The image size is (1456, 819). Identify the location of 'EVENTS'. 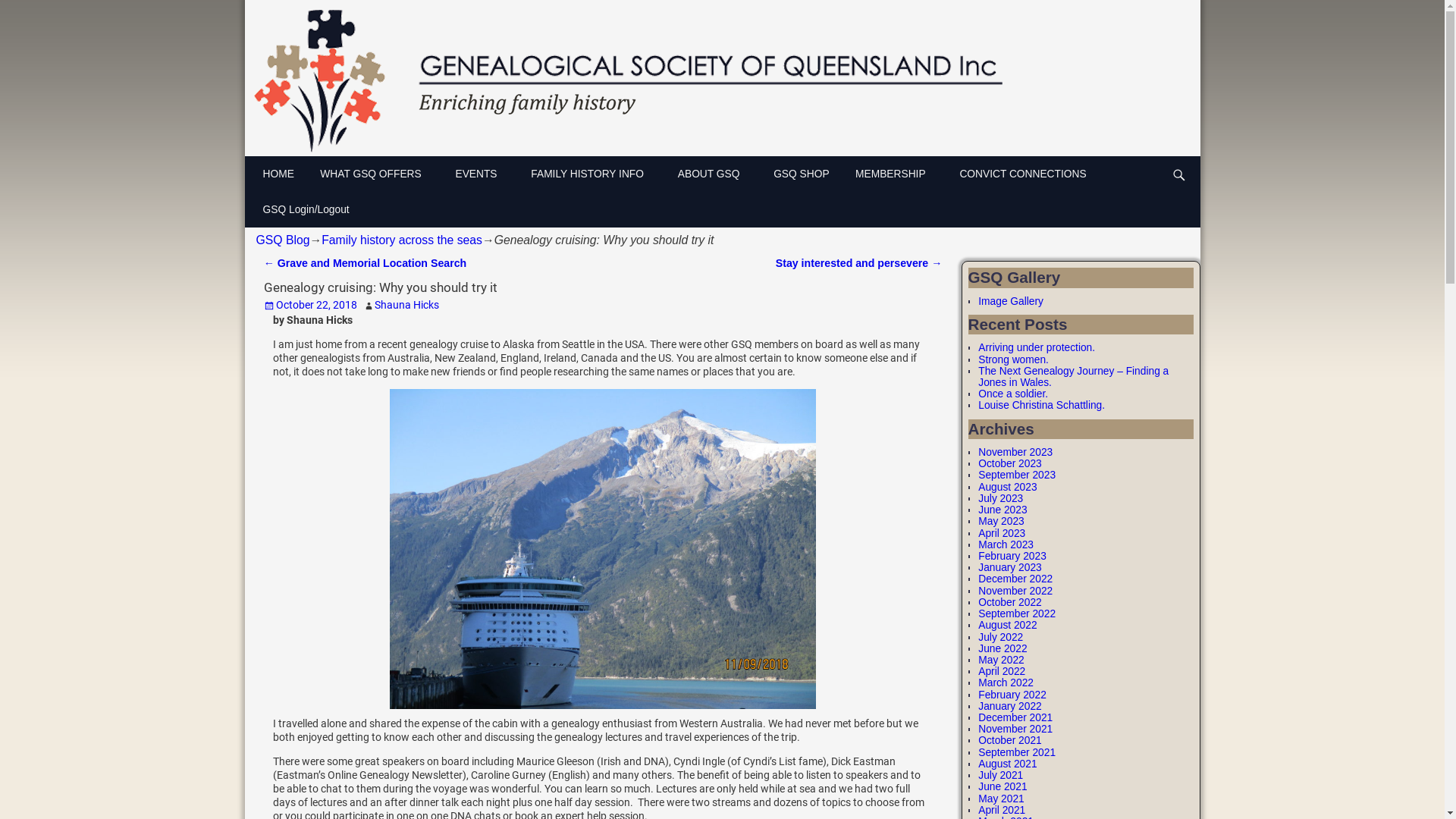
(484, 173).